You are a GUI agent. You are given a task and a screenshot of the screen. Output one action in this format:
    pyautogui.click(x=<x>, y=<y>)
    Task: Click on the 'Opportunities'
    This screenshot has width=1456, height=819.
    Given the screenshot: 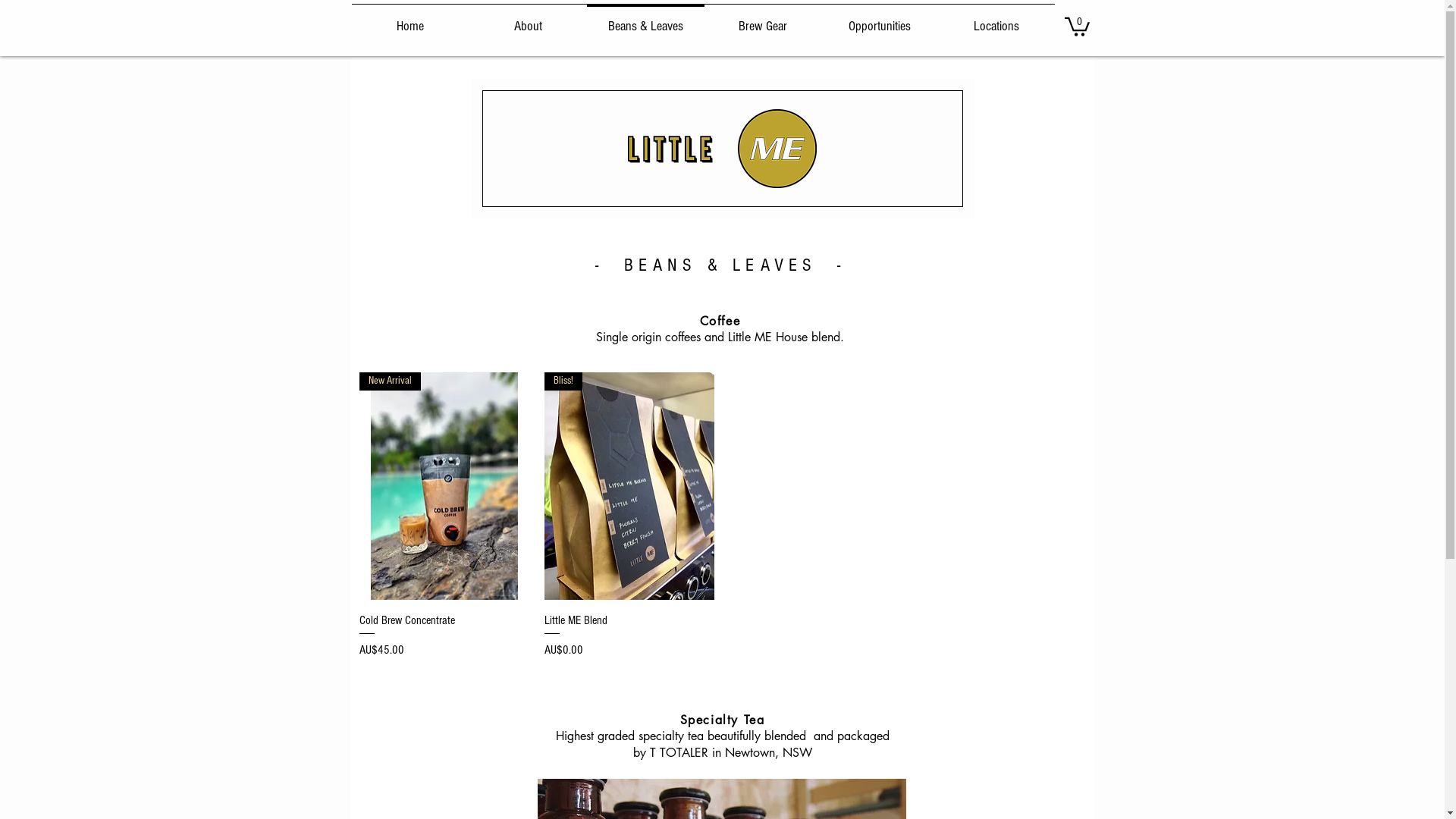 What is the action you would take?
    pyautogui.click(x=819, y=20)
    